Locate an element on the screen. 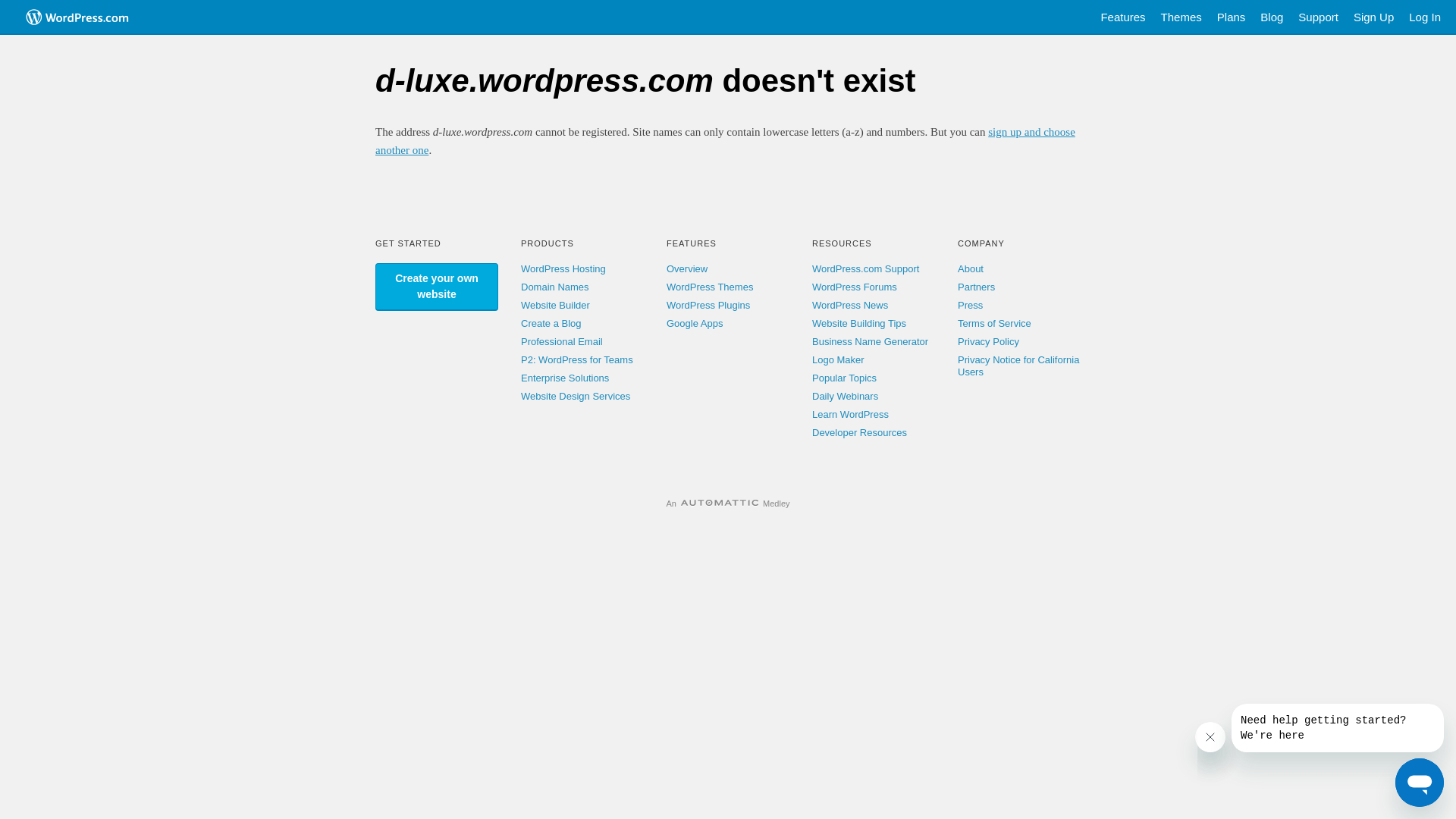 The image size is (1456, 819). 'Support' is located at coordinates (1290, 17).